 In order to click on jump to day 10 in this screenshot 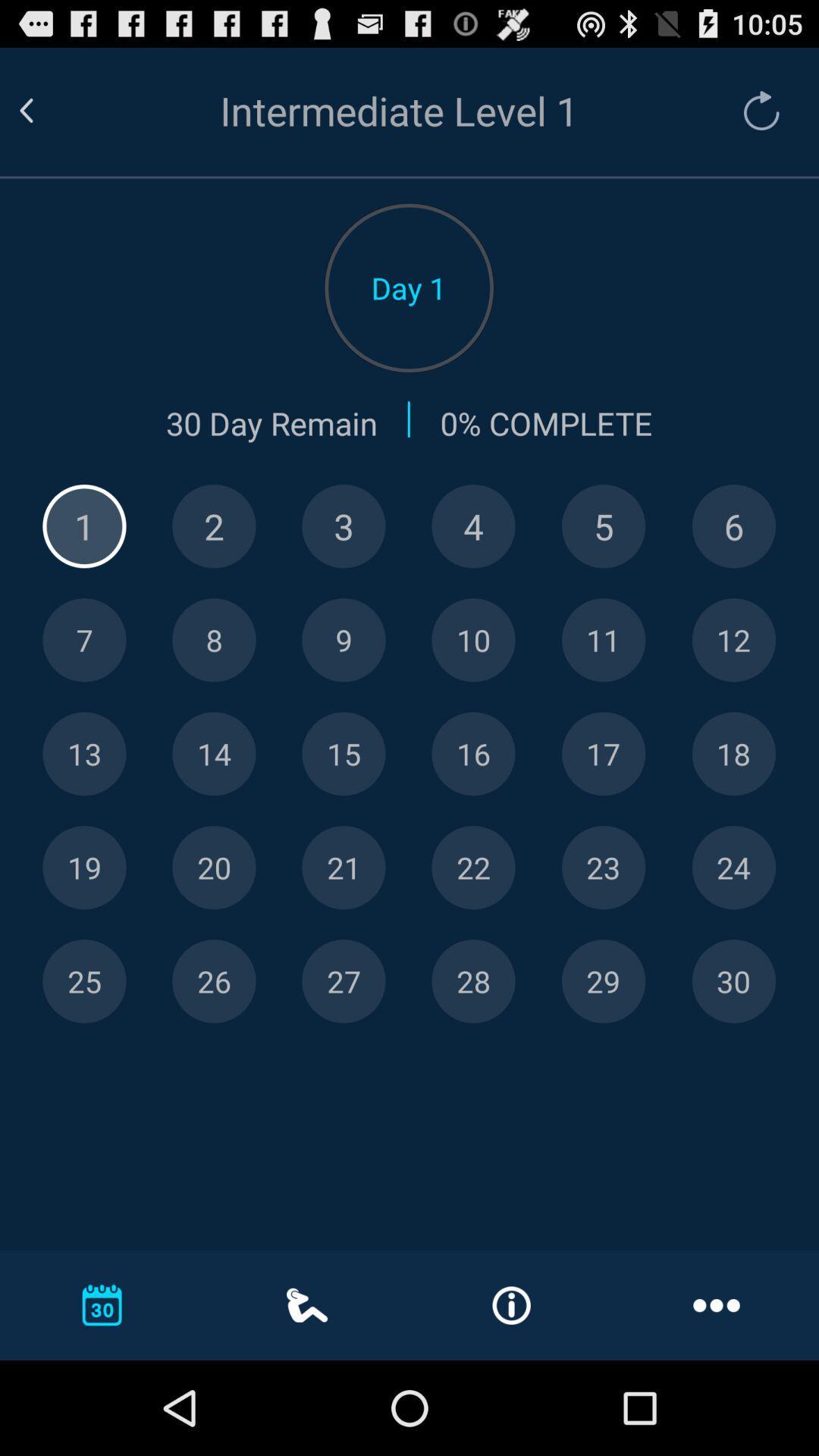, I will do `click(472, 640)`.